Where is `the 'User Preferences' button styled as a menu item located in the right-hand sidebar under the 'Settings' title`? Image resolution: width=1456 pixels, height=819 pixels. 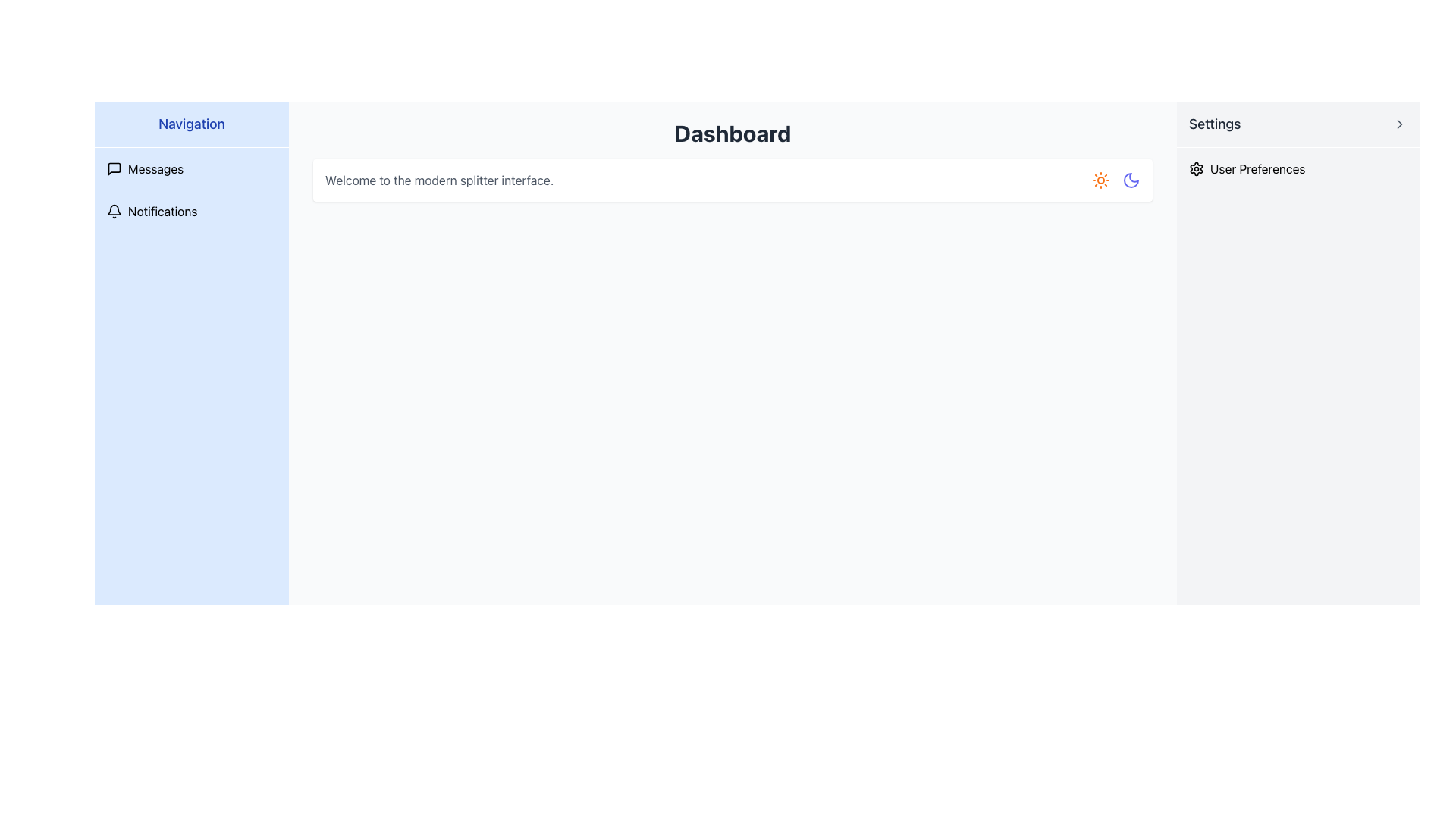 the 'User Preferences' button styled as a menu item located in the right-hand sidebar under the 'Settings' title is located at coordinates (1298, 169).